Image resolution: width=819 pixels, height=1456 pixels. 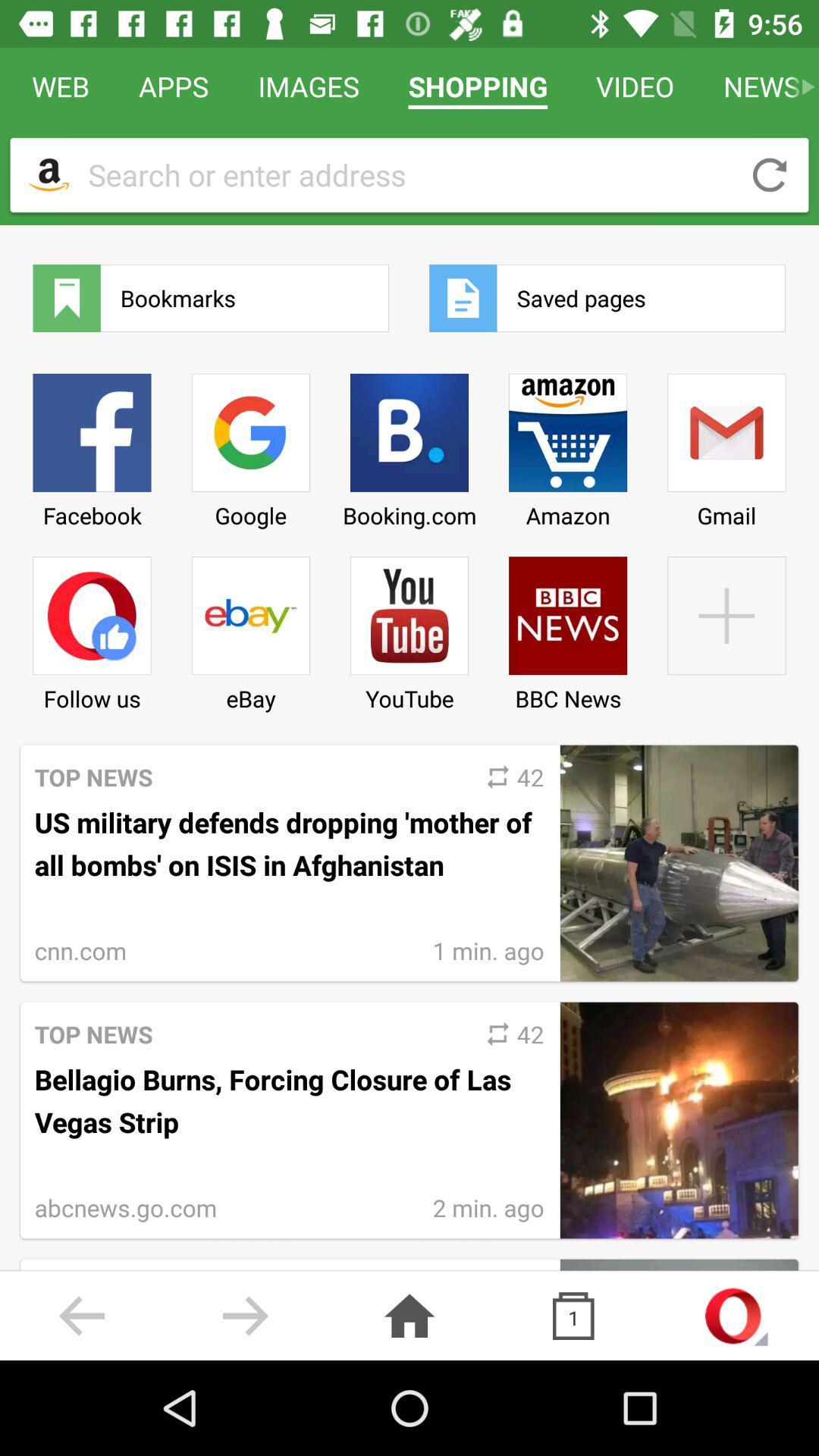 I want to click on app above us military defends, so click(x=249, y=628).